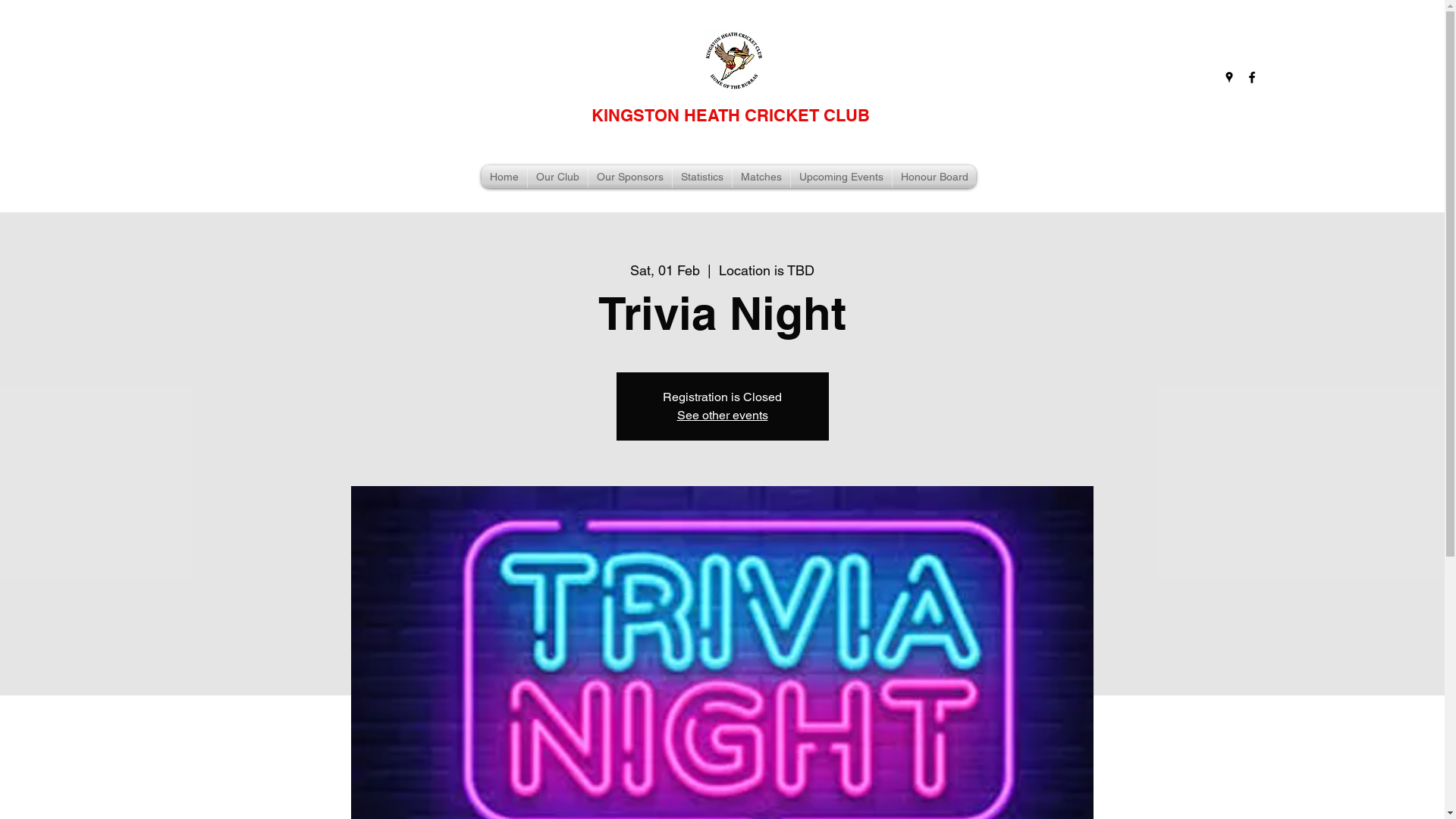 The height and width of the screenshot is (819, 1456). What do you see at coordinates (480, 175) in the screenshot?
I see `'Home'` at bounding box center [480, 175].